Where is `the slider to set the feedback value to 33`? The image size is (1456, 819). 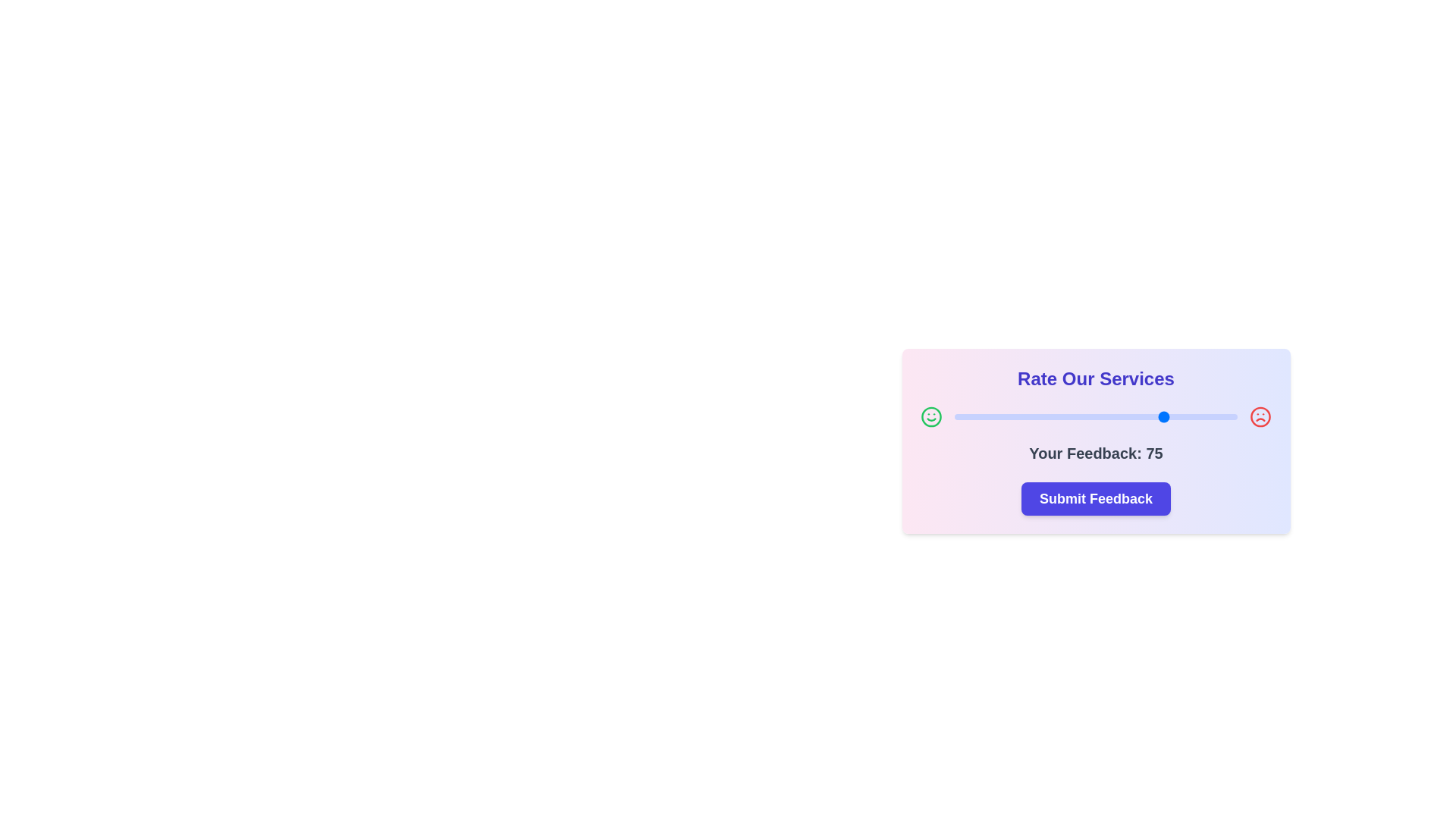
the slider to set the feedback value to 33 is located at coordinates (1047, 417).